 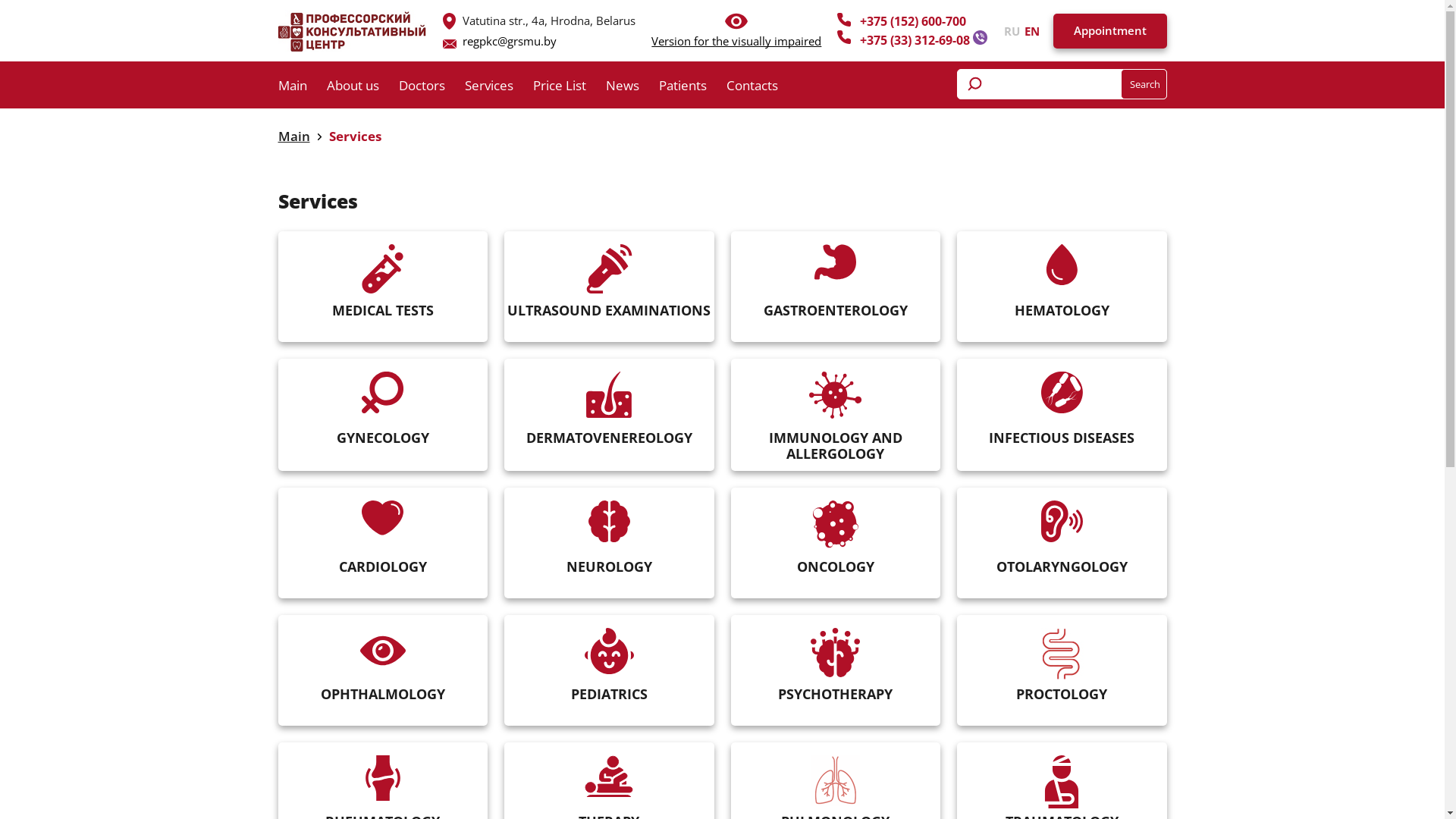 I want to click on 'Medical tests', so click(x=382, y=268).